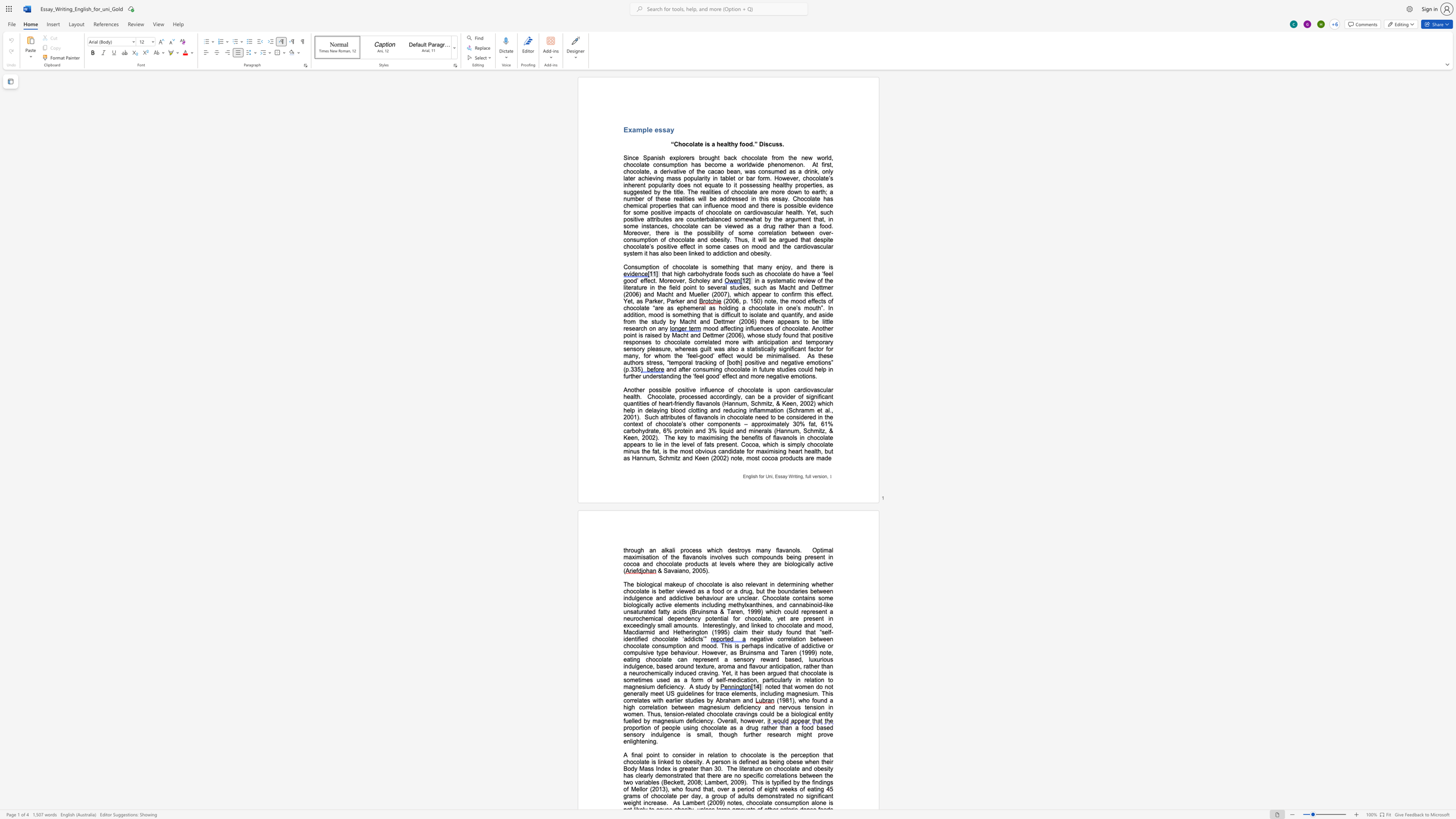 This screenshot has width=1456, height=819. What do you see at coordinates (795, 584) in the screenshot?
I see `the space between the continuous character "m" and "i" in the text` at bounding box center [795, 584].